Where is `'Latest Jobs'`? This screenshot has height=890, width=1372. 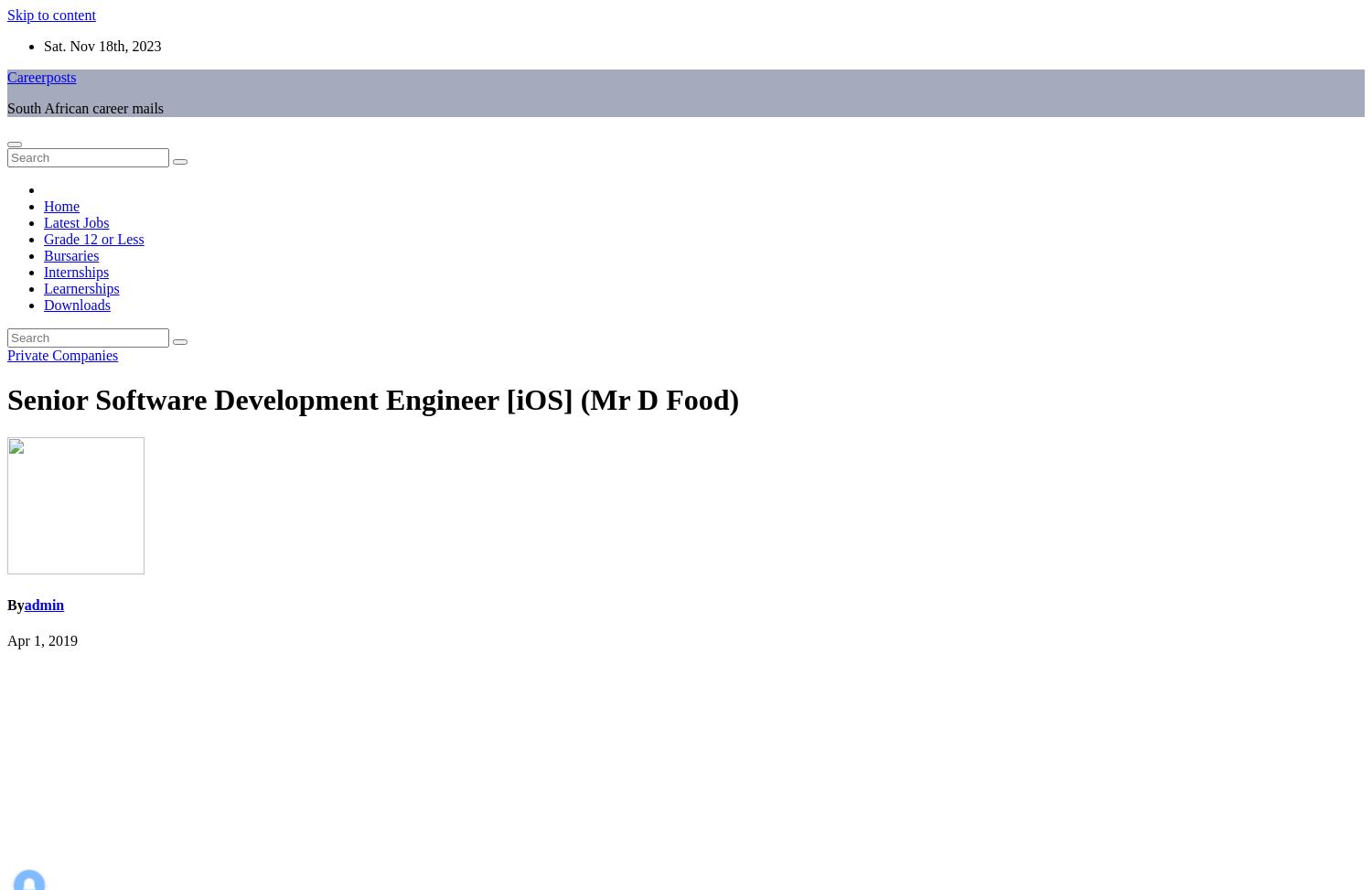 'Latest Jobs' is located at coordinates (75, 221).